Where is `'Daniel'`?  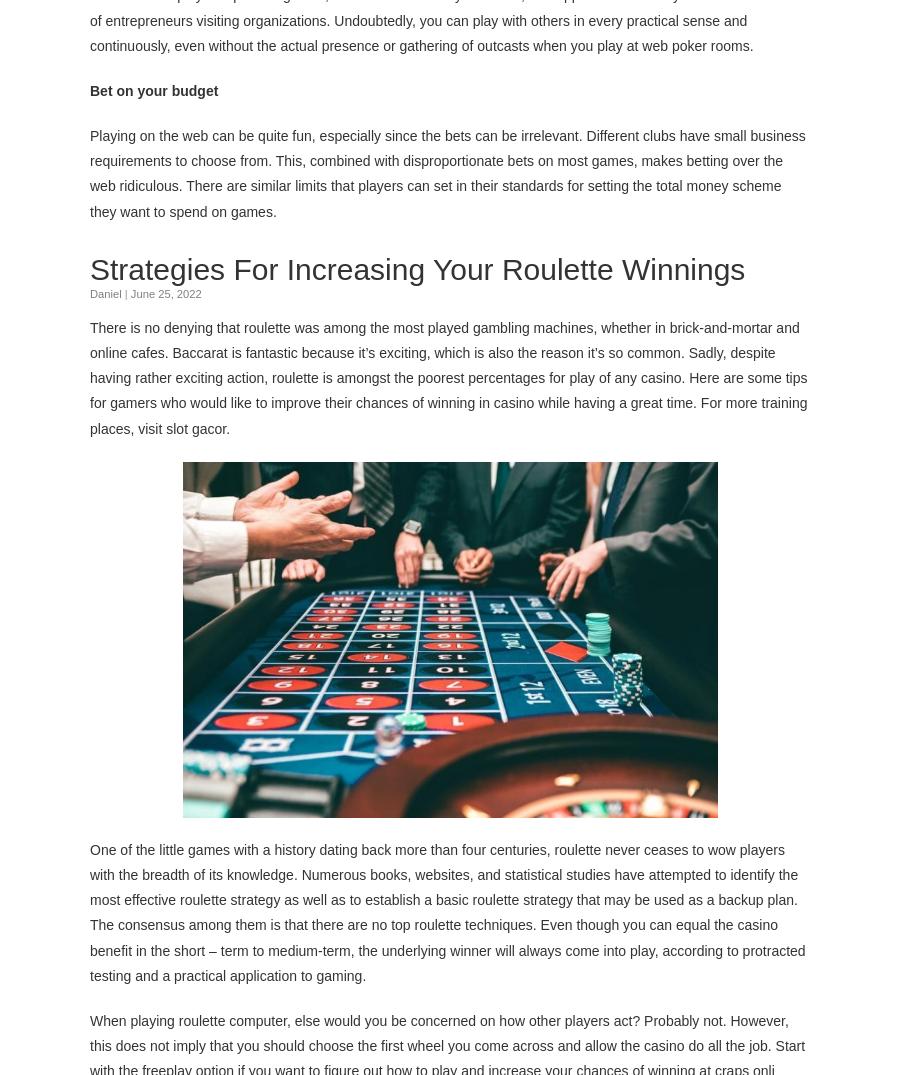
'Daniel' is located at coordinates (89, 291).